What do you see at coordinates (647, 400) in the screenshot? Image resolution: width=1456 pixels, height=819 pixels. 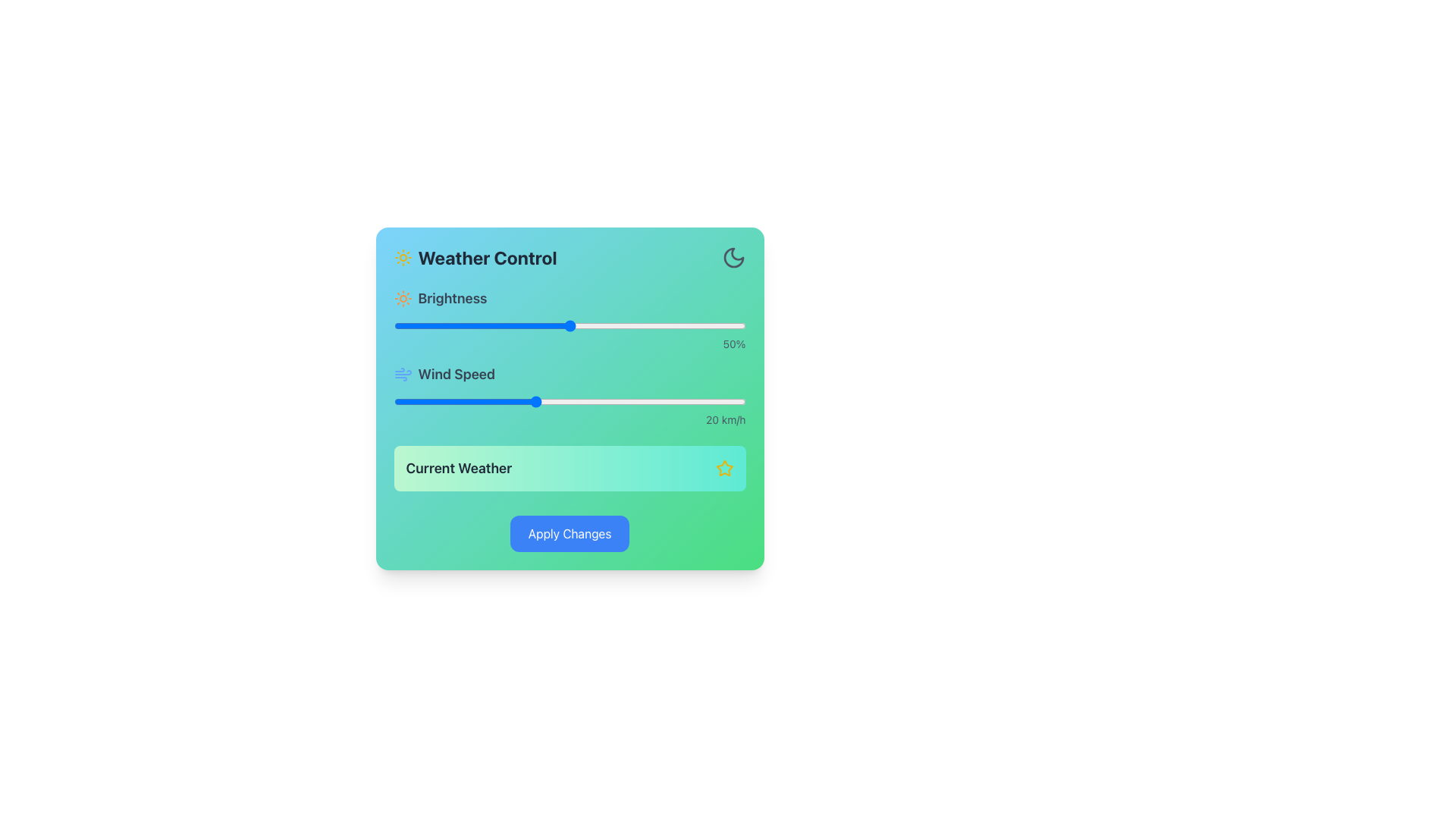 I see `the wind speed` at bounding box center [647, 400].